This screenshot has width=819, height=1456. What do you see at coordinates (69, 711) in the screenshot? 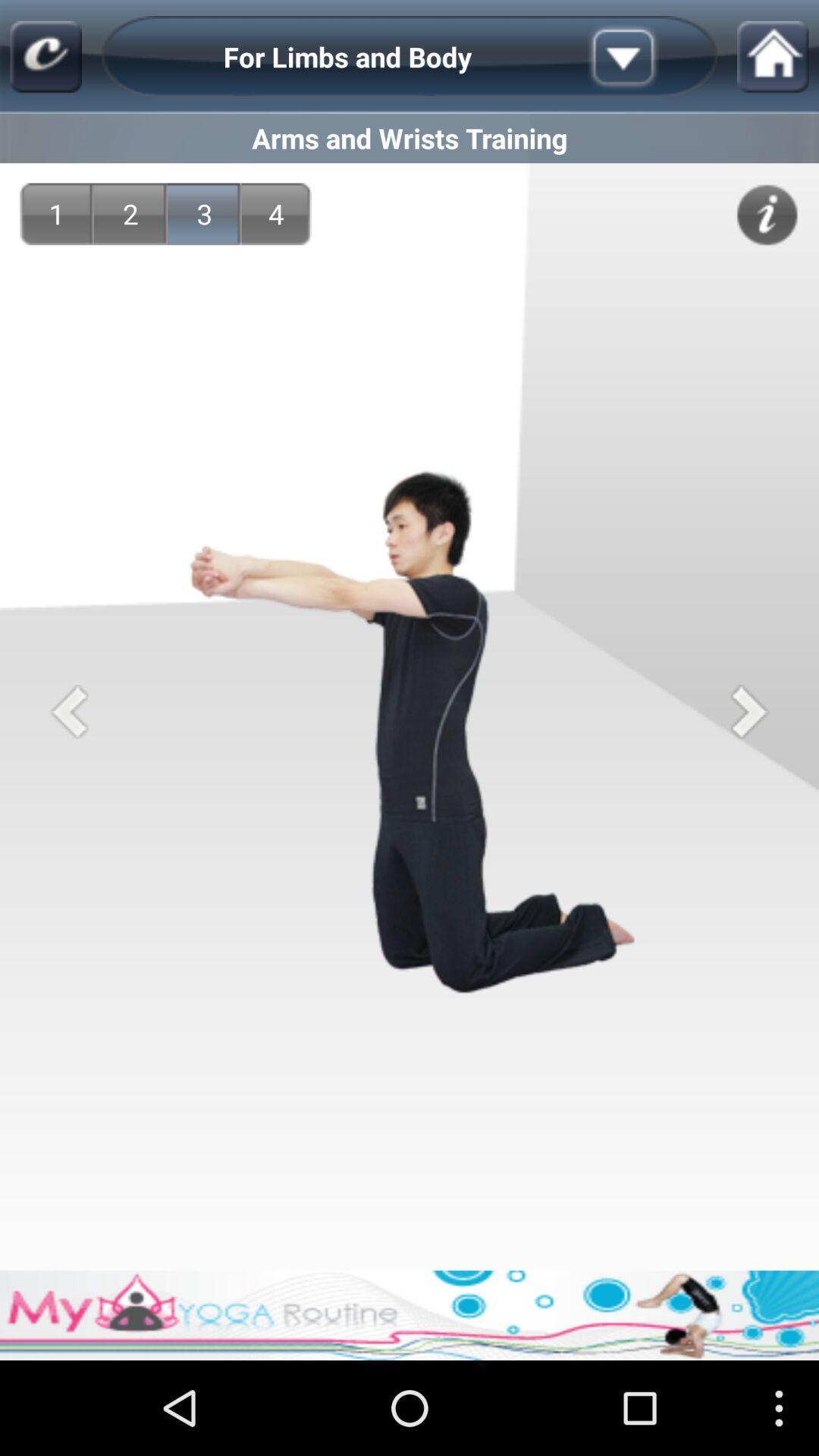
I see `previous step` at bounding box center [69, 711].